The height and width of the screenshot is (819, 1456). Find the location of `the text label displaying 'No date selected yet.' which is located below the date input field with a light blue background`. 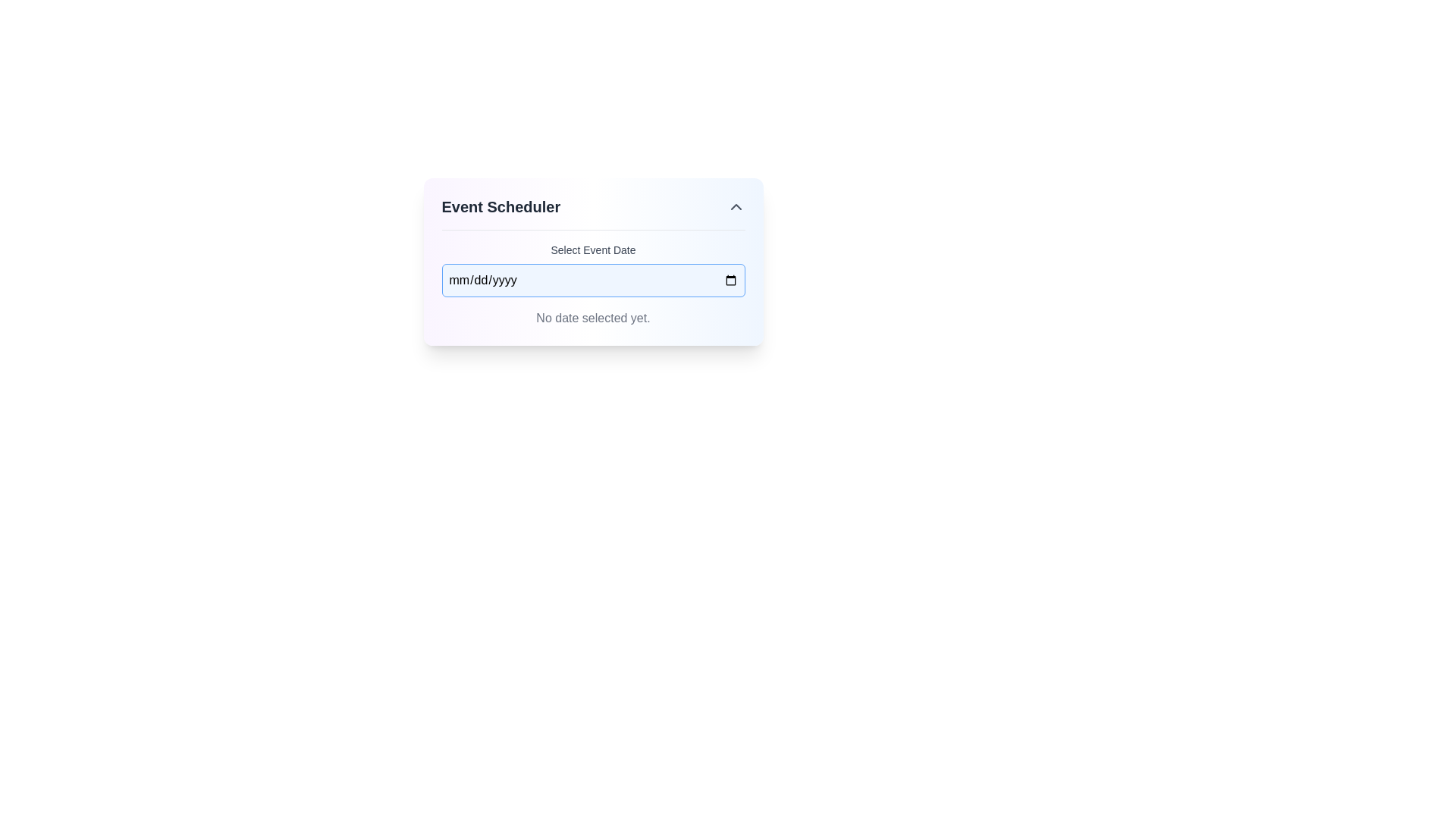

the text label displaying 'No date selected yet.' which is located below the date input field with a light blue background is located at coordinates (592, 318).